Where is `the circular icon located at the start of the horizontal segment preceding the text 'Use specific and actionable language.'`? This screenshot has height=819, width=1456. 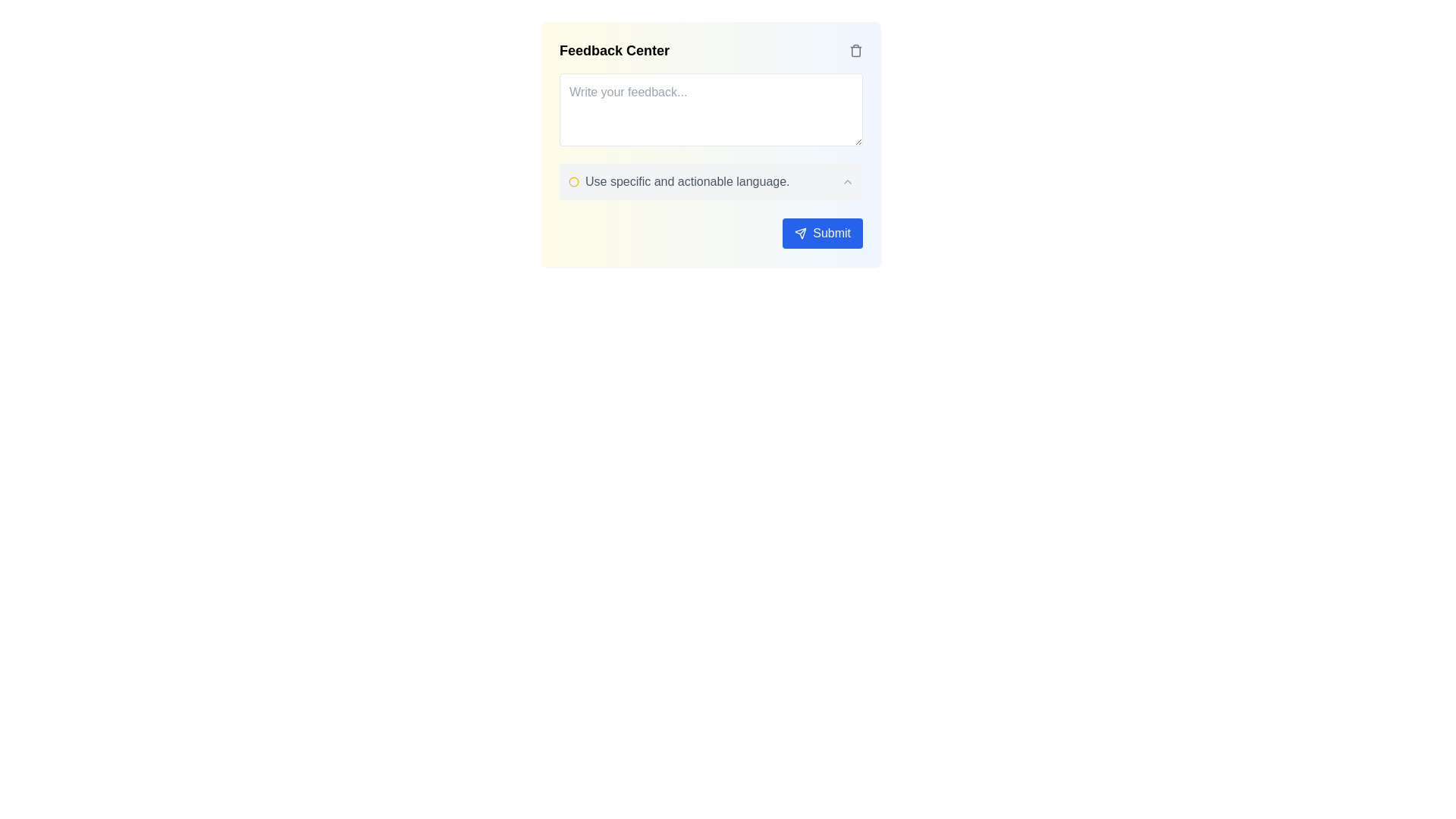 the circular icon located at the start of the horizontal segment preceding the text 'Use specific and actionable language.' is located at coordinates (573, 180).